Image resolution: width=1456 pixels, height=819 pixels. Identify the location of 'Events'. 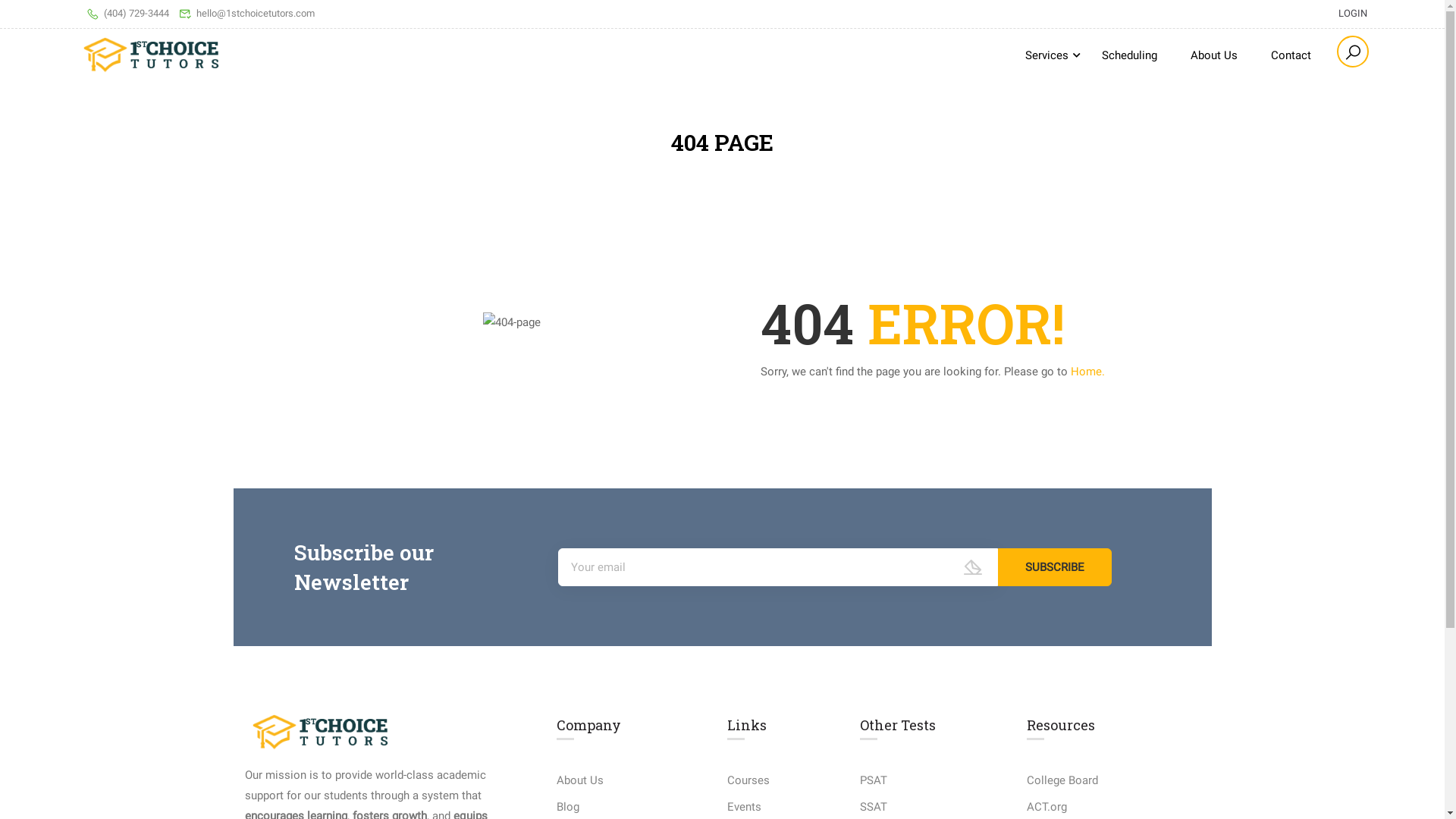
(744, 806).